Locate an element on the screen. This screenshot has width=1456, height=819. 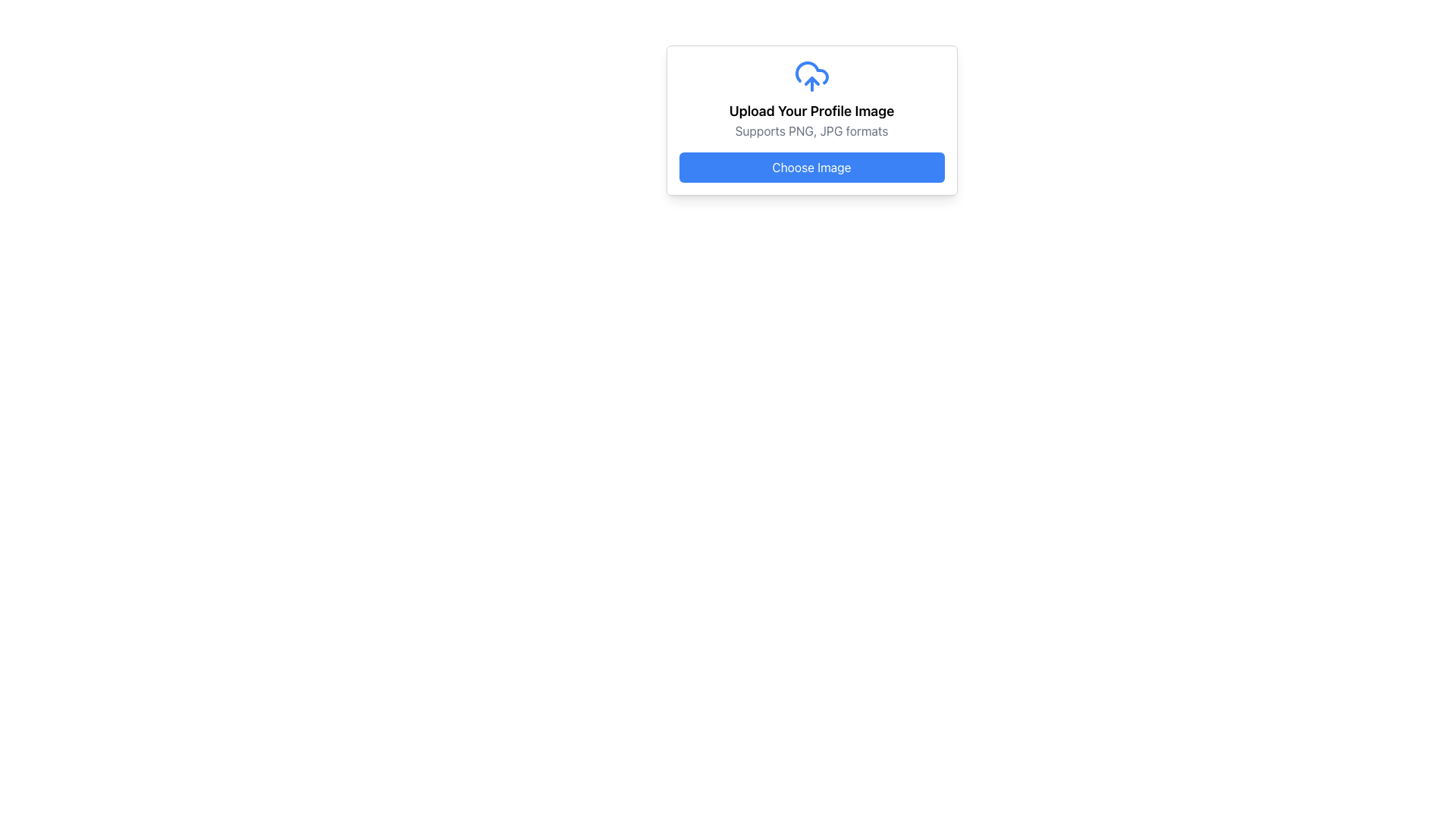
the informational display containing the blue cloud upload icon and the text 'Upload Your Profile Image' which is centrally aligned above the 'Choose Image' button is located at coordinates (811, 99).